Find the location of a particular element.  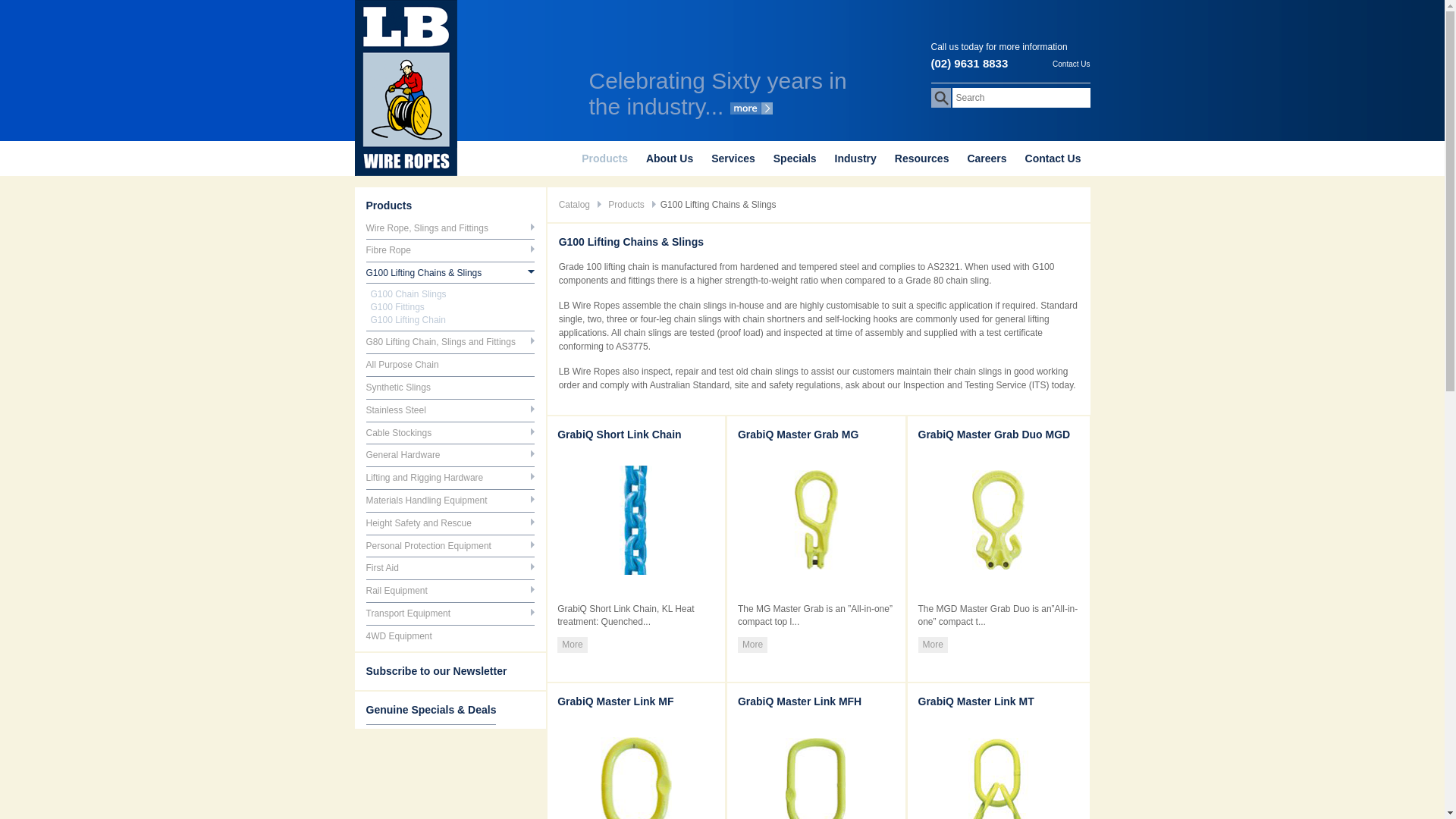

'Personal Protection Equipment' is located at coordinates (427, 546).